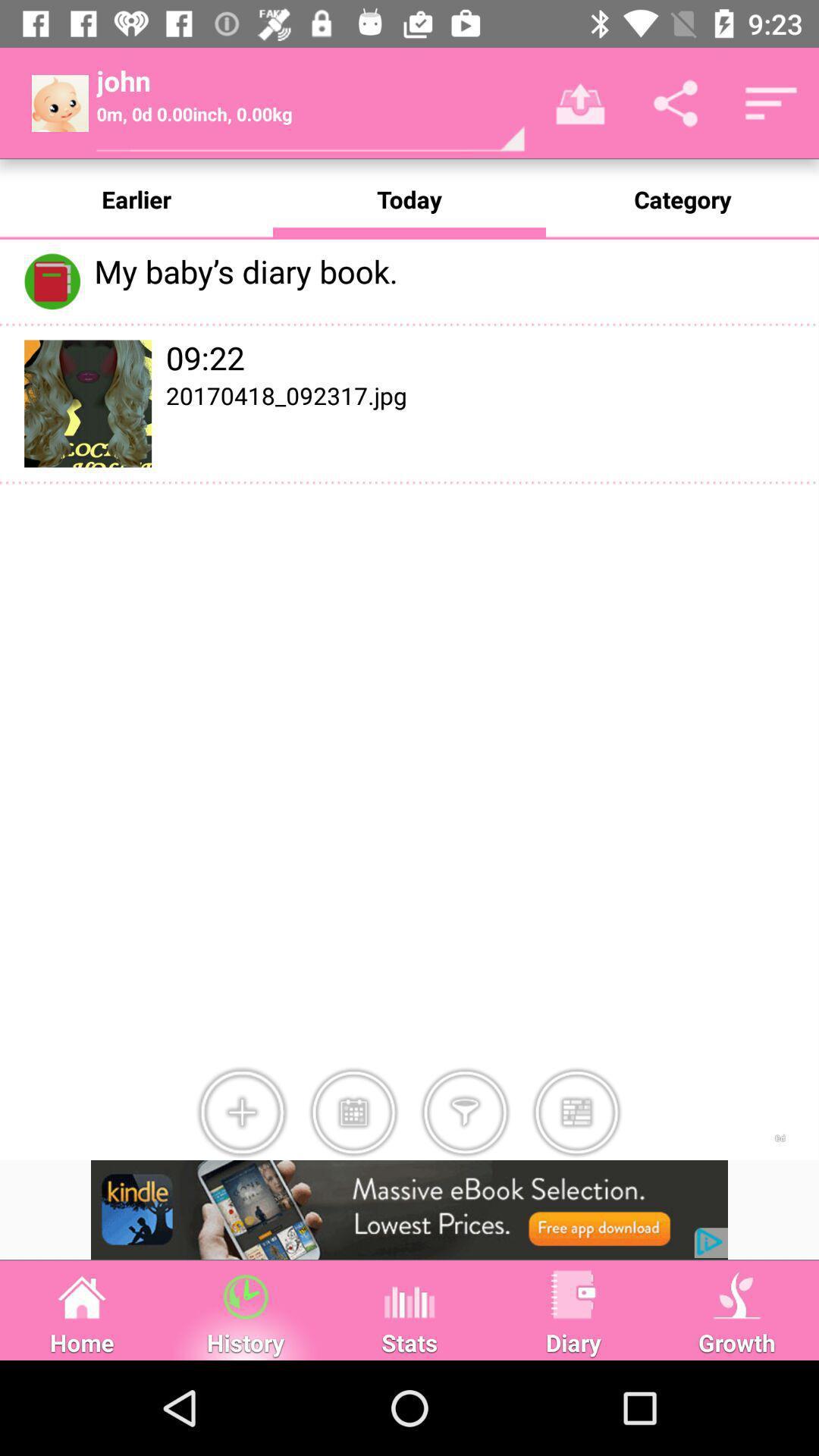  What do you see at coordinates (409, 1209) in the screenshot?
I see `advertisements` at bounding box center [409, 1209].